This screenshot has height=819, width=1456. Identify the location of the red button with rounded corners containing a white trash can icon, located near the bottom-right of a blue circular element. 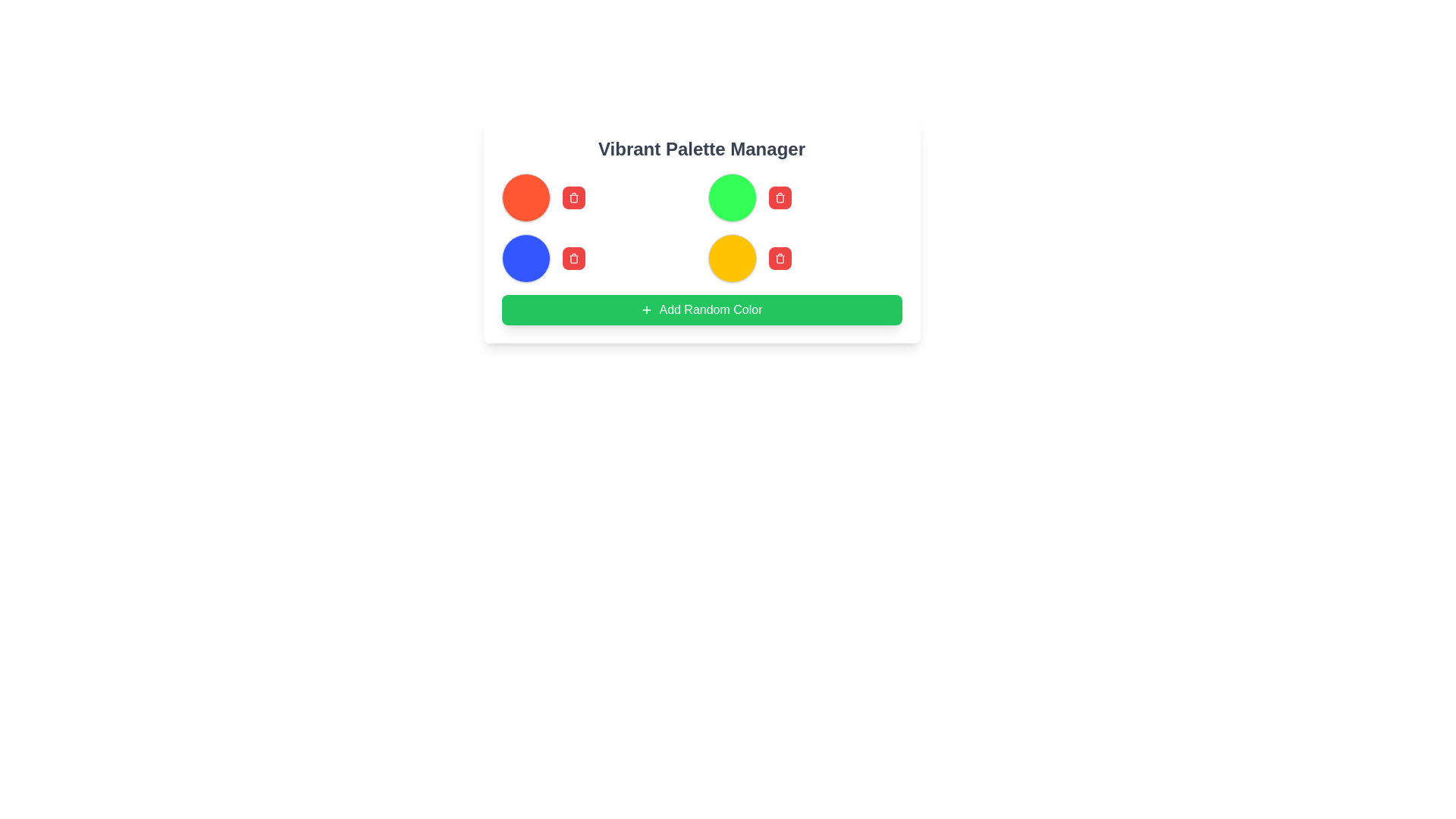
(573, 257).